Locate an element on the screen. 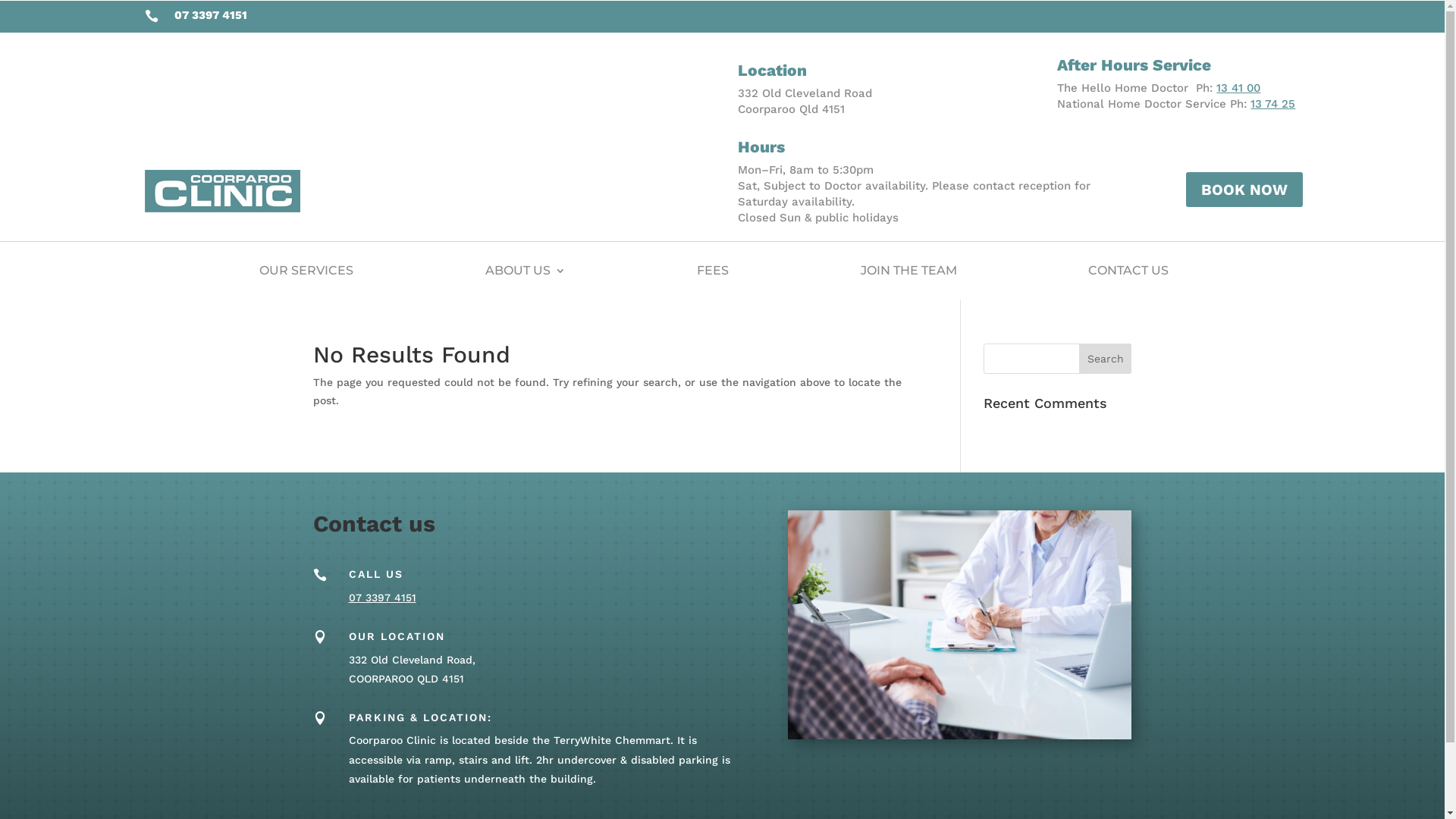  'CONTACT US' is located at coordinates (1128, 270).